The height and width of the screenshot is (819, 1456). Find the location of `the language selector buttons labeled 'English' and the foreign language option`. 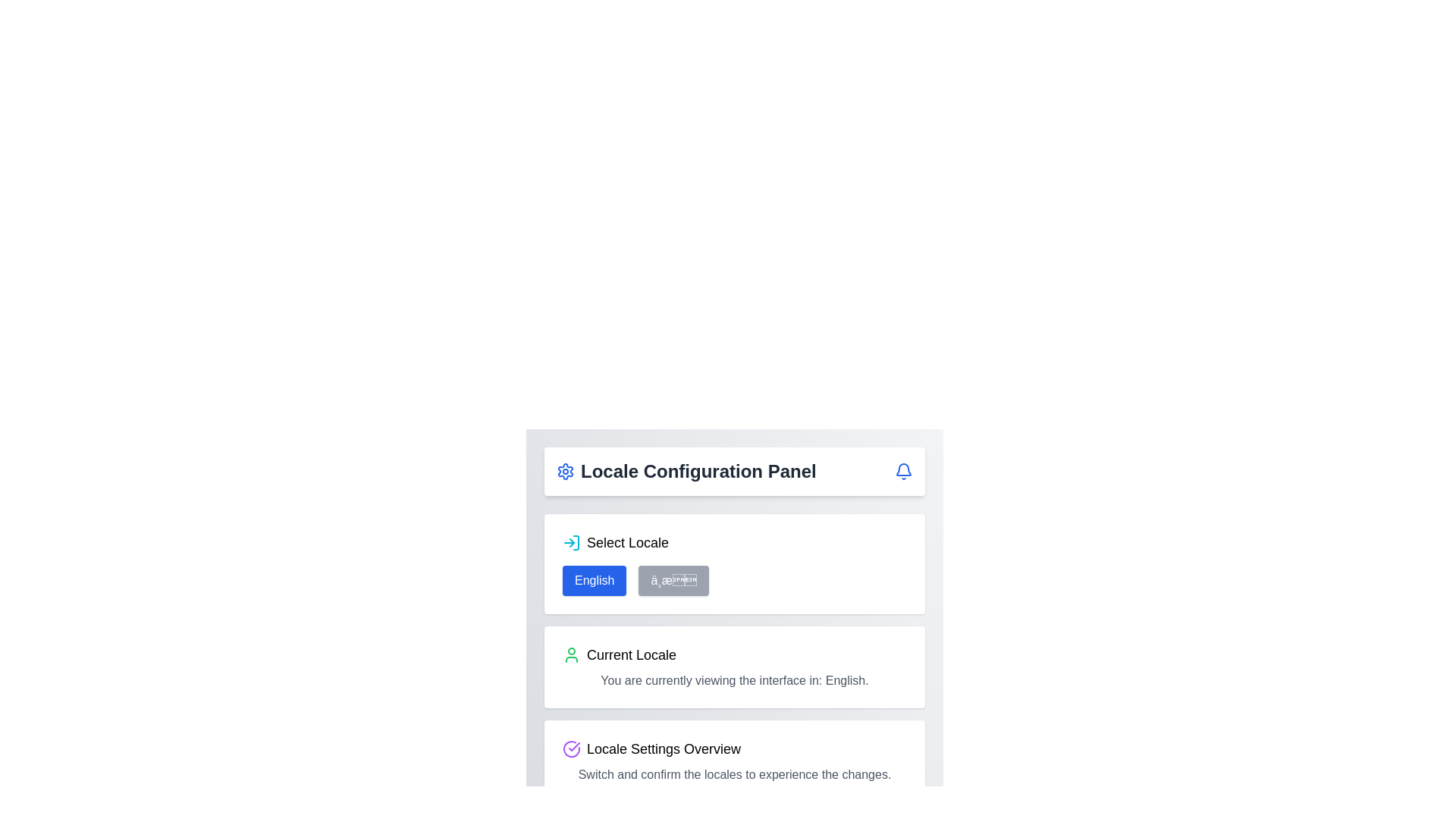

the language selector buttons labeled 'English' and the foreign language option is located at coordinates (735, 580).